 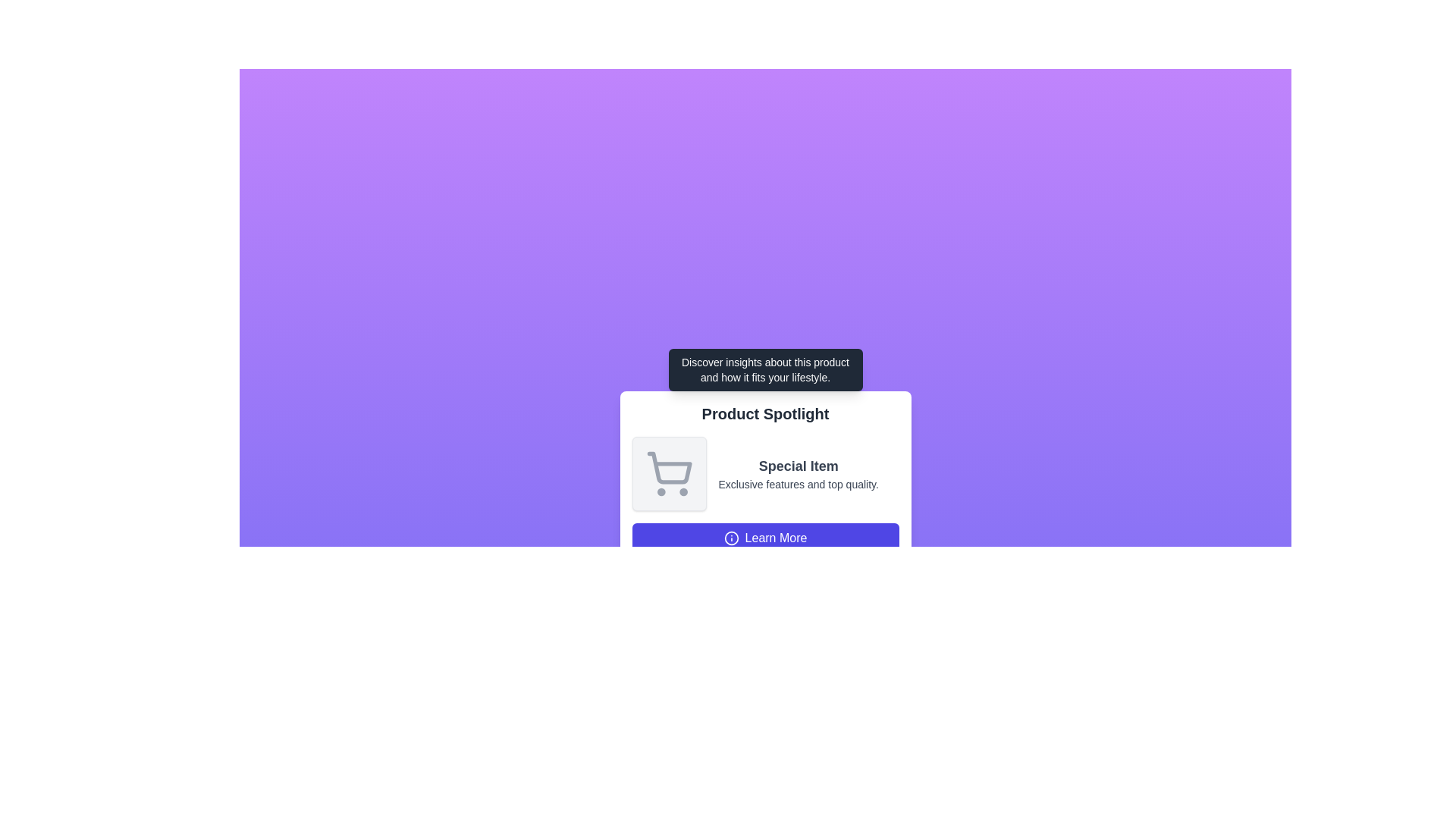 What do you see at coordinates (798, 485) in the screenshot?
I see `text snippet labeled 'Exclusive features and top quality.' located beneath the bold 'Special Item' text within the product information section of the card layout` at bounding box center [798, 485].